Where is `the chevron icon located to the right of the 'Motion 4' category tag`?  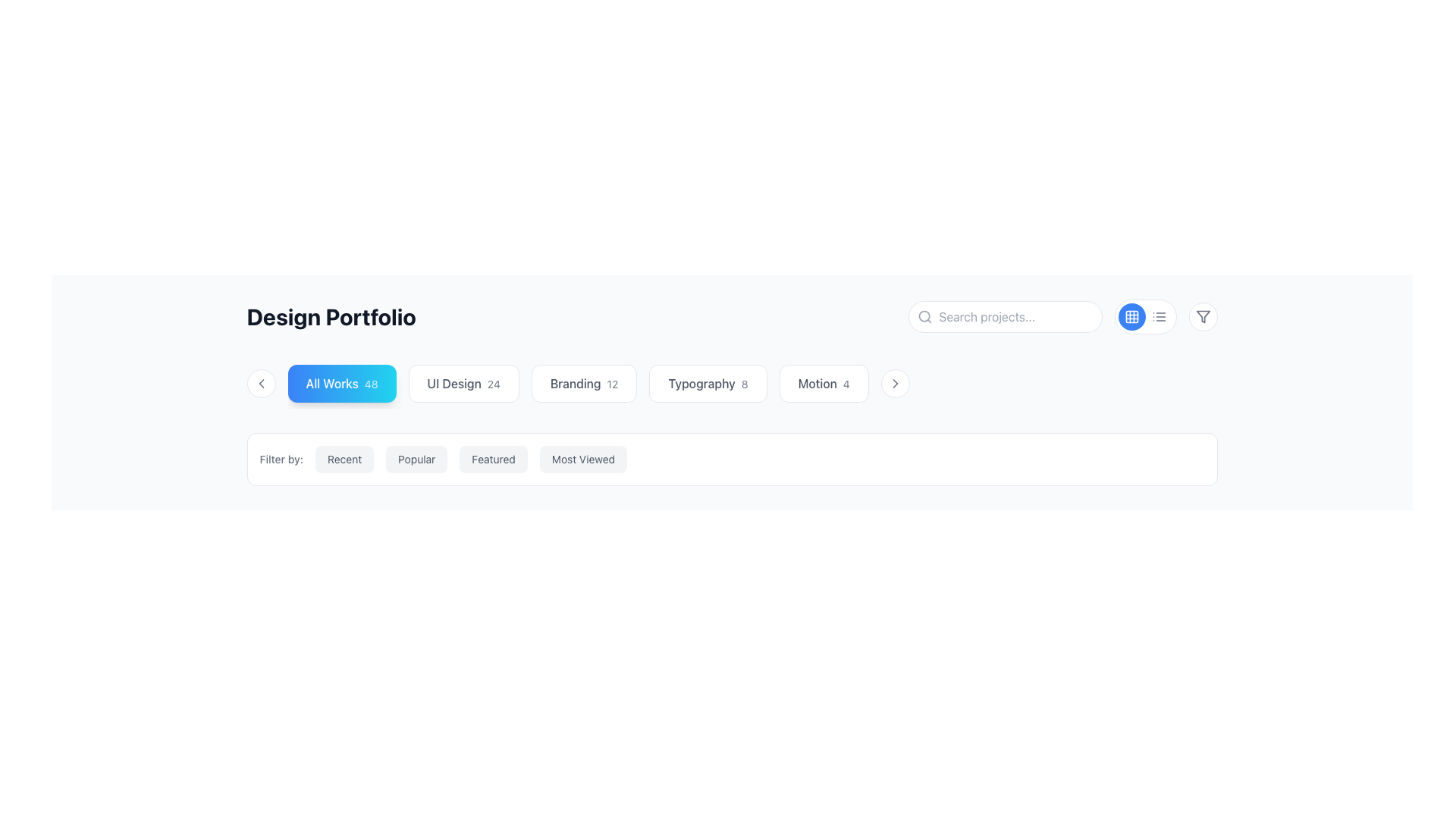 the chevron icon located to the right of the 'Motion 4' category tag is located at coordinates (895, 382).